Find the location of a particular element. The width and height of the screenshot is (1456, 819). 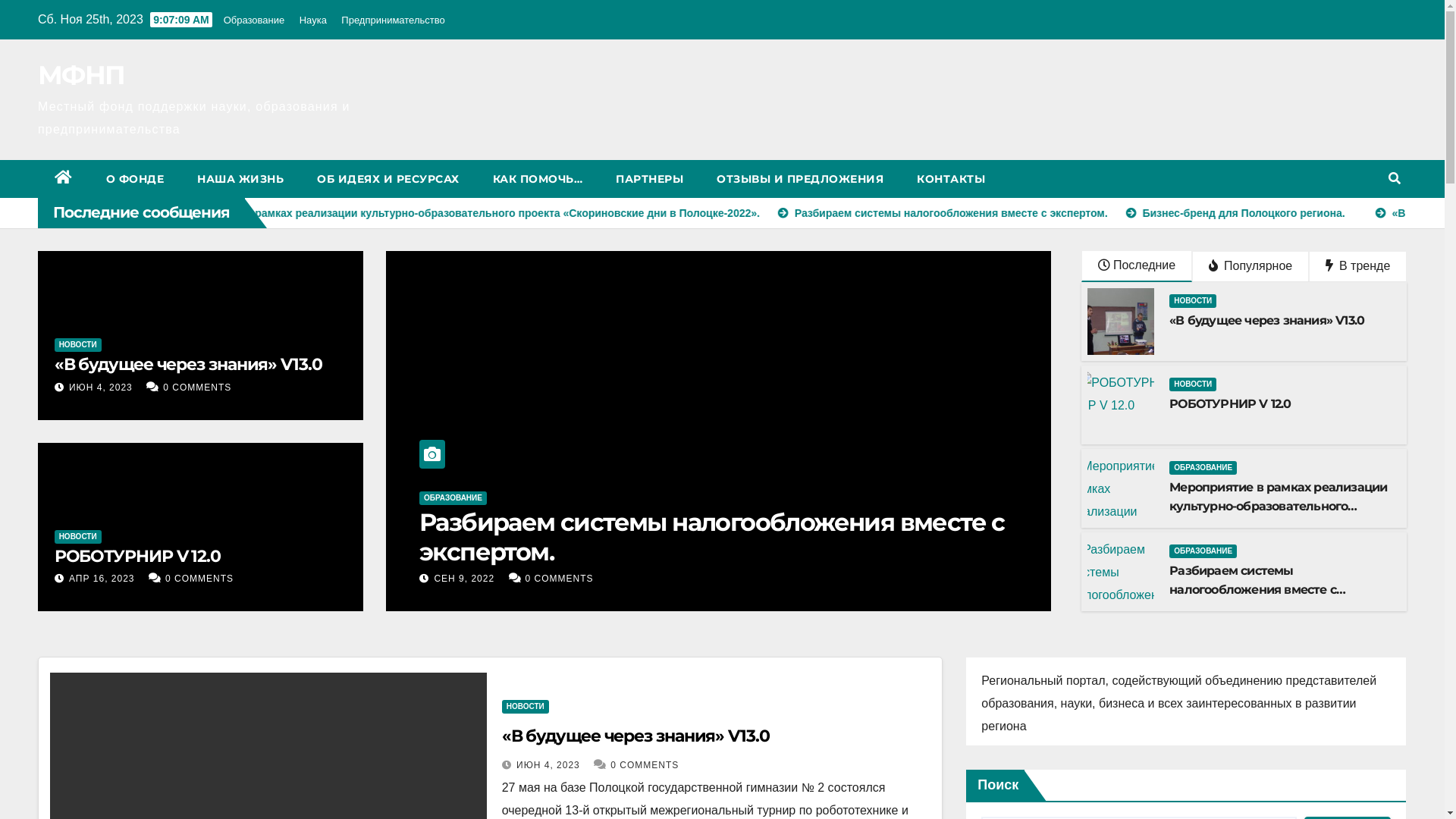

'0 COMMENTS' is located at coordinates (644, 765).